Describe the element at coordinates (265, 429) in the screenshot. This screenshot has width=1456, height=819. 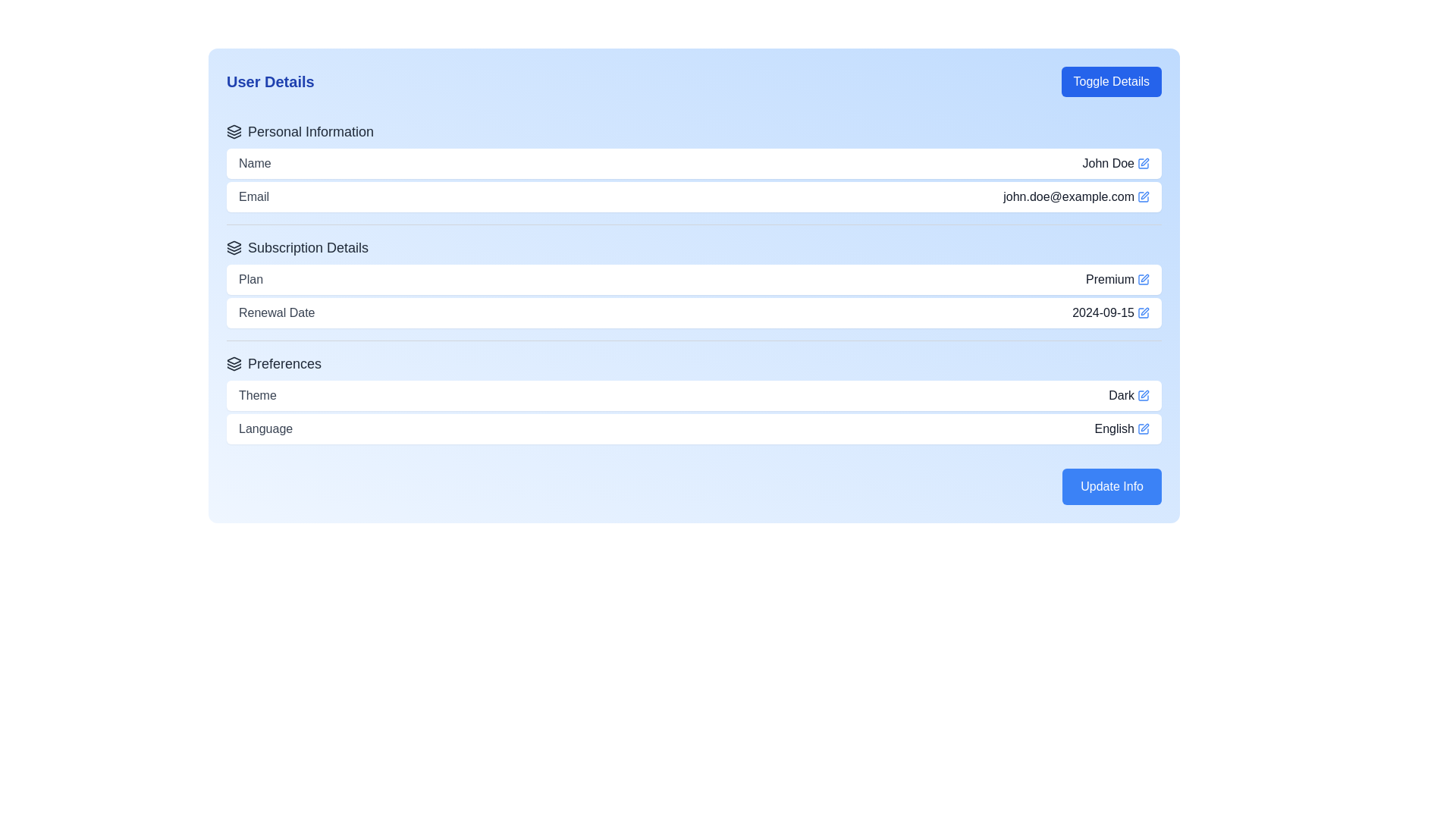
I see `the Text Label indicating the language display setting located in the 'Preferences' section, adjacent to the 'English' text and the edit icon` at that location.